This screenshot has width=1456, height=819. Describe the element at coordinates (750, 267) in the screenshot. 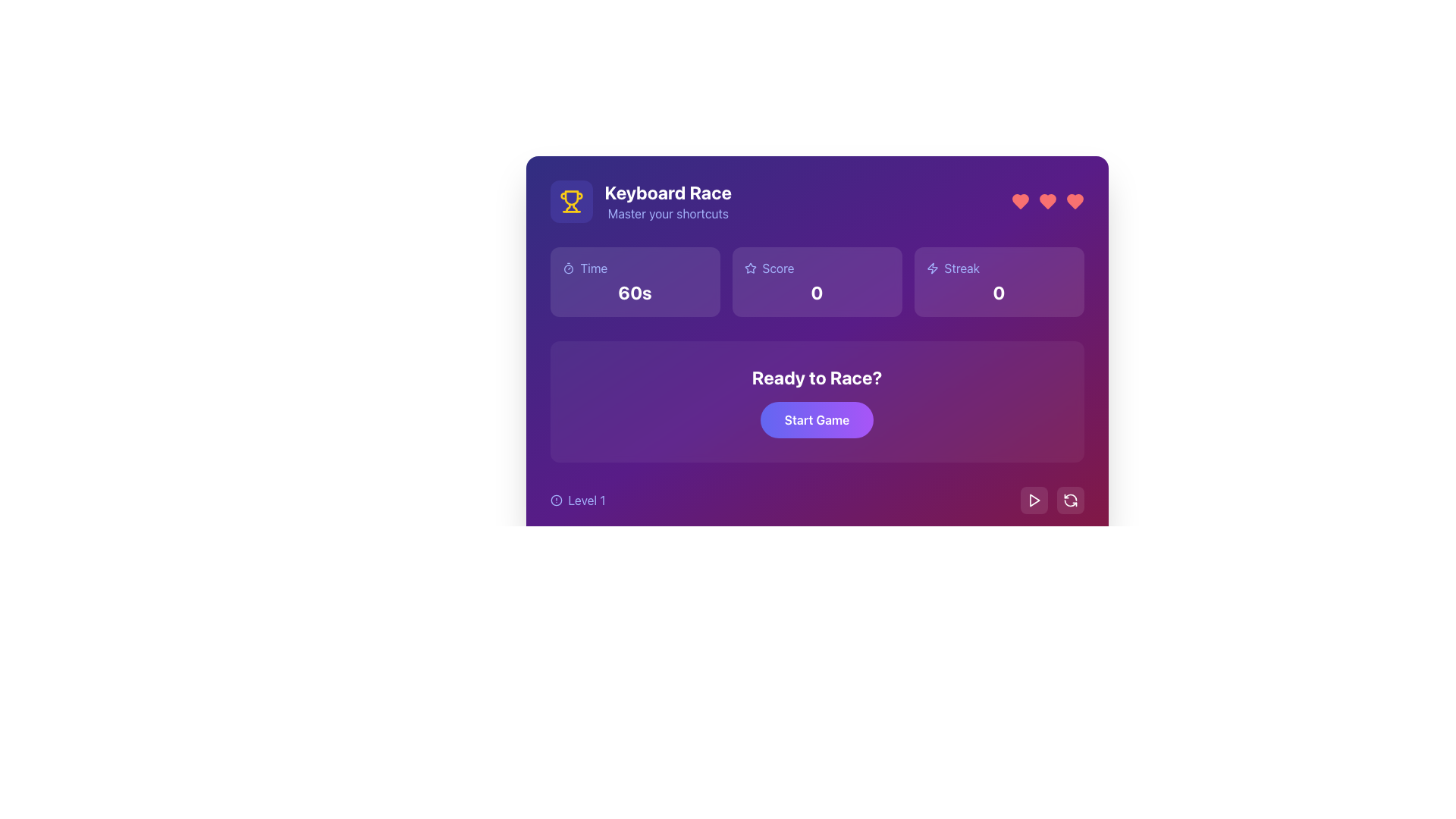

I see `the score-related icon located in the top middle of the layout, which is the central visual component of the score panel` at that location.